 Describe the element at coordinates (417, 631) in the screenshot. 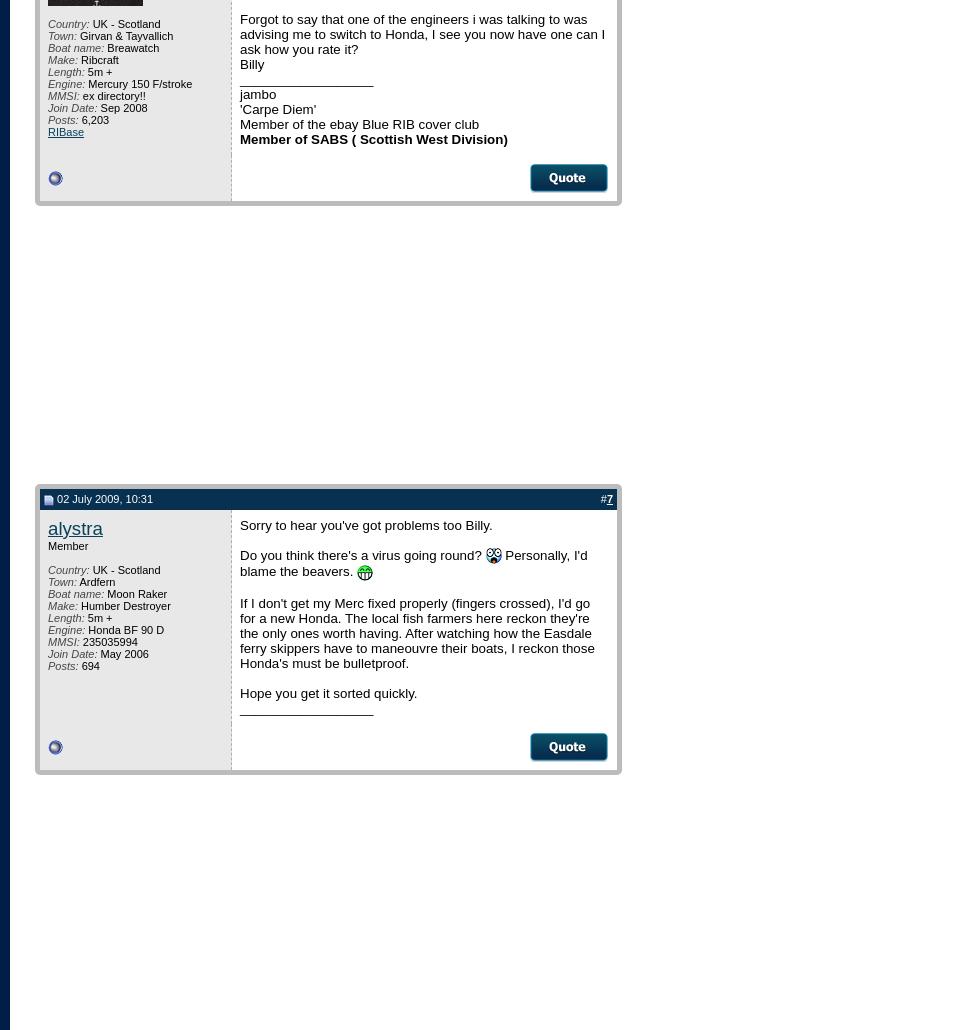

I see `'If I don't get my Merc fixed properly (fingers crossed), I'd go for a new Honda. The local fish farmers here reckon they're the only ones worth having. After watching how the Easdale ferry skippers have to maneouvre their boats, I reckon those Honda's must be bulletproof.'` at that location.